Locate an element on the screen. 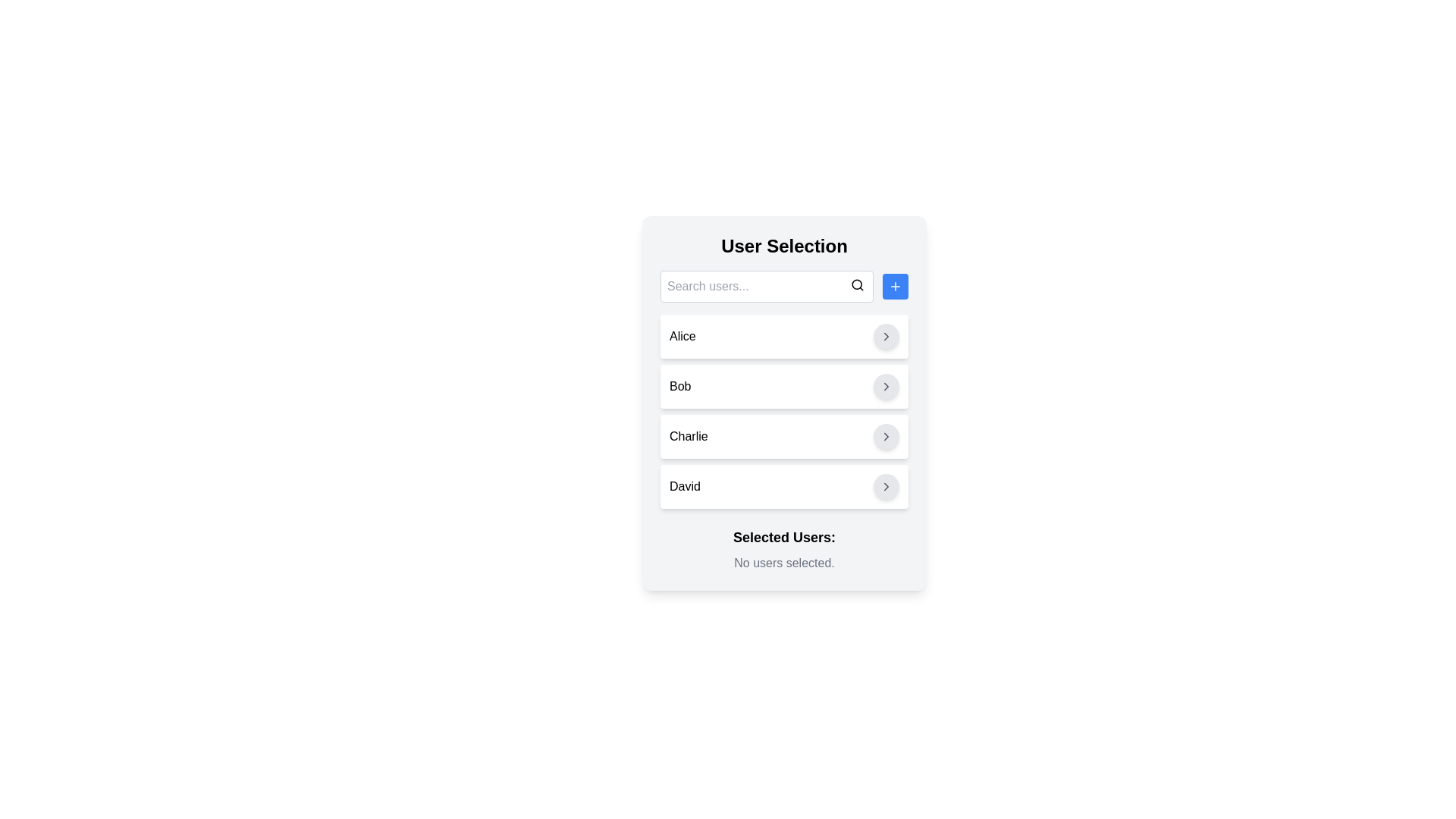 This screenshot has width=1456, height=819. the text label displaying the name 'Charlie', which is located in the third card of a vertical list of user entries, positioned between 'Bob' and 'David', and to the left of an arrow icon is located at coordinates (688, 436).